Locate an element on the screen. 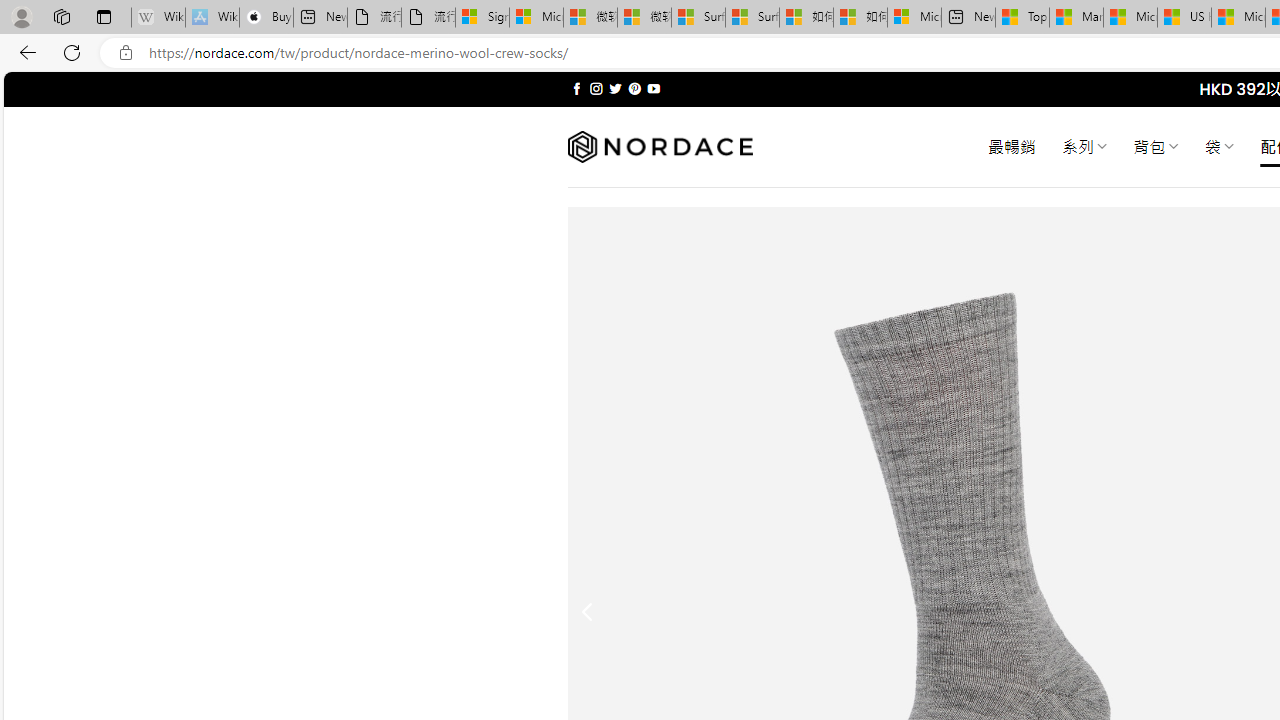  'Follow on Instagram' is located at coordinates (595, 88).